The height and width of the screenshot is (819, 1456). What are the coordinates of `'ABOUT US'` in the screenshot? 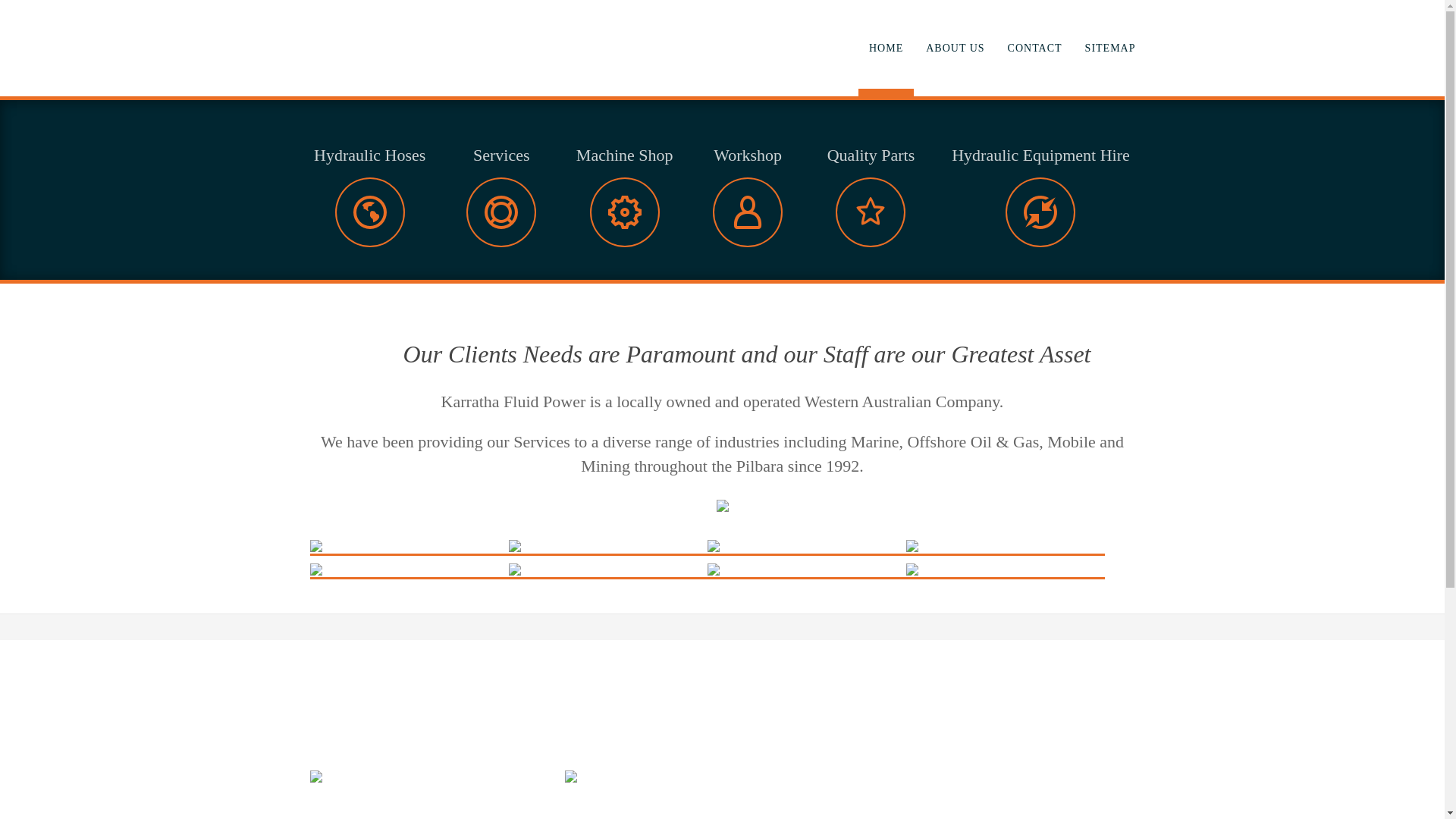 It's located at (914, 47).